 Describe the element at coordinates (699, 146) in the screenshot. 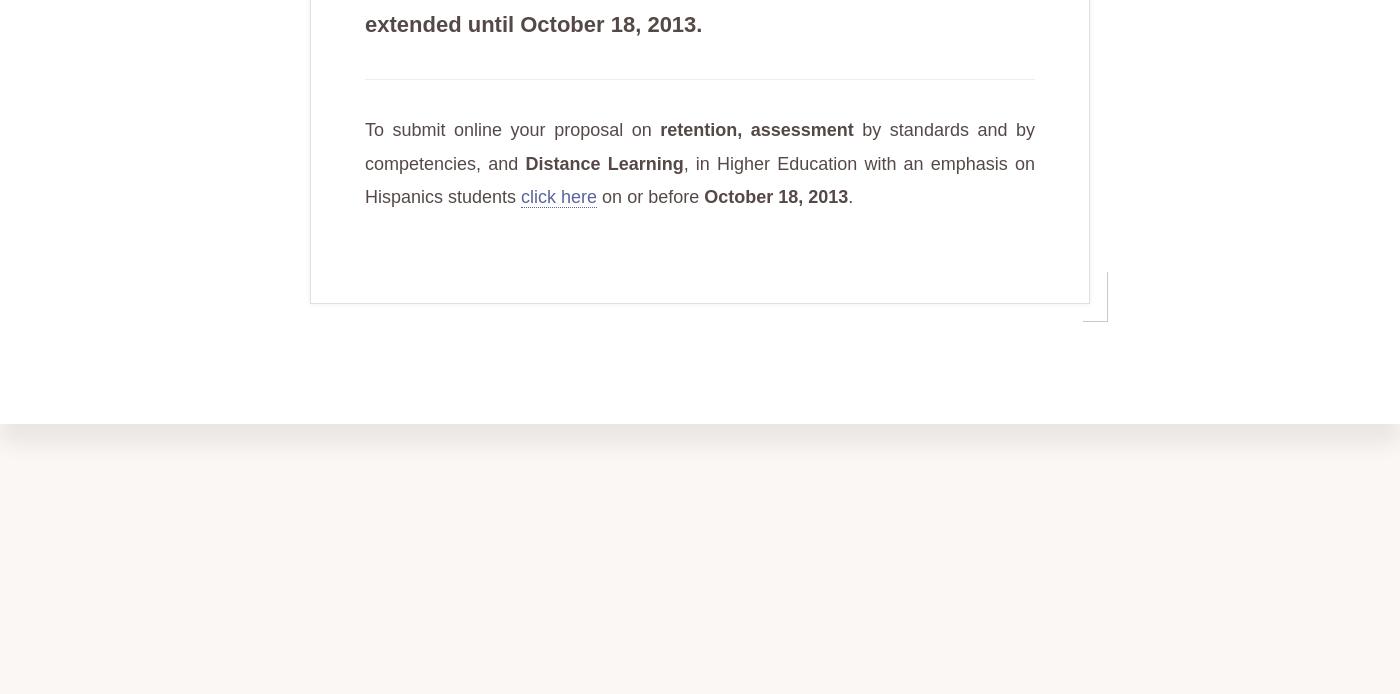

I see `'by standards and by competencies, and'` at that location.